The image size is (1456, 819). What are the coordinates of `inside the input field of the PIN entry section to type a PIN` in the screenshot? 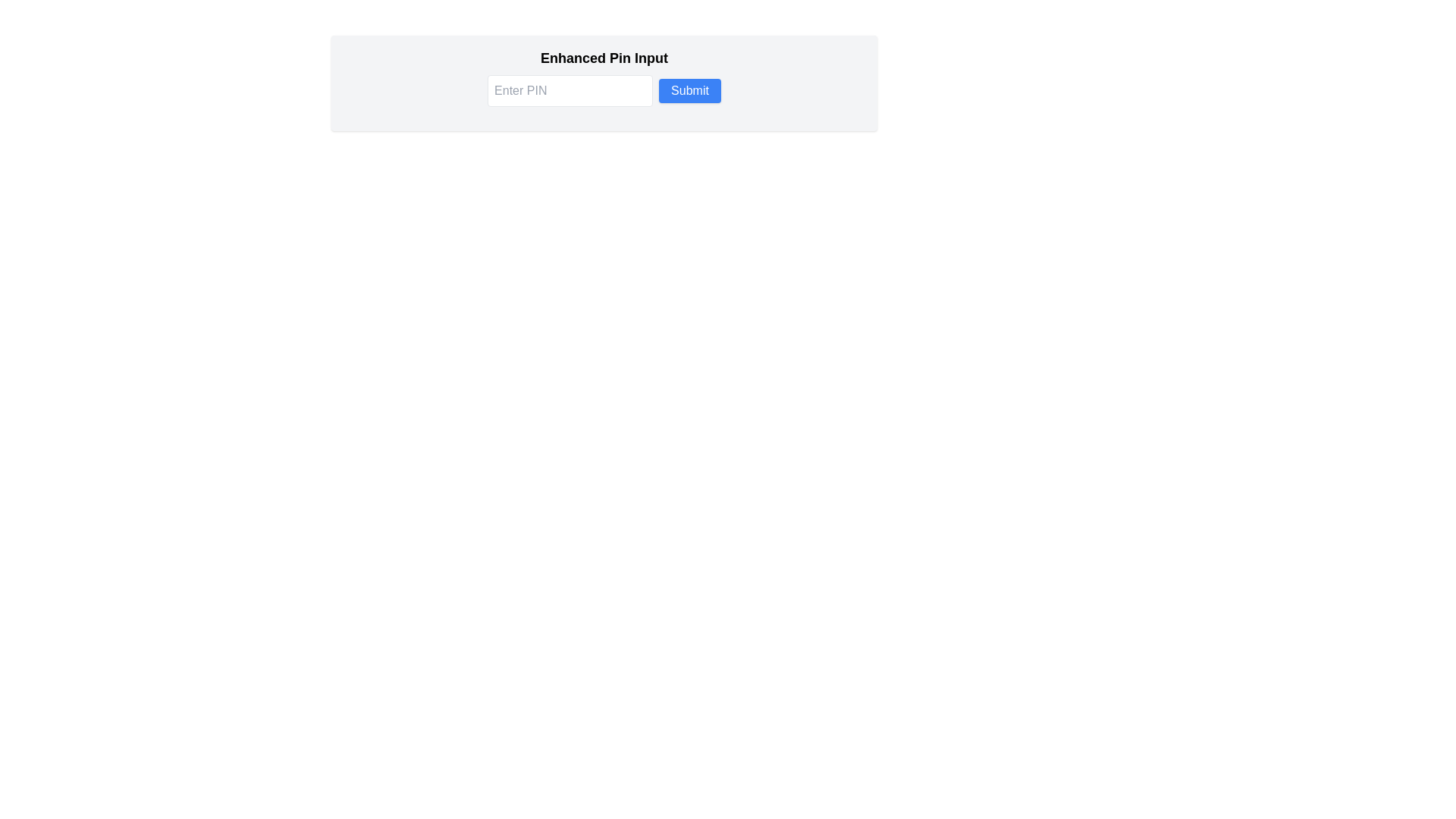 It's located at (603, 83).